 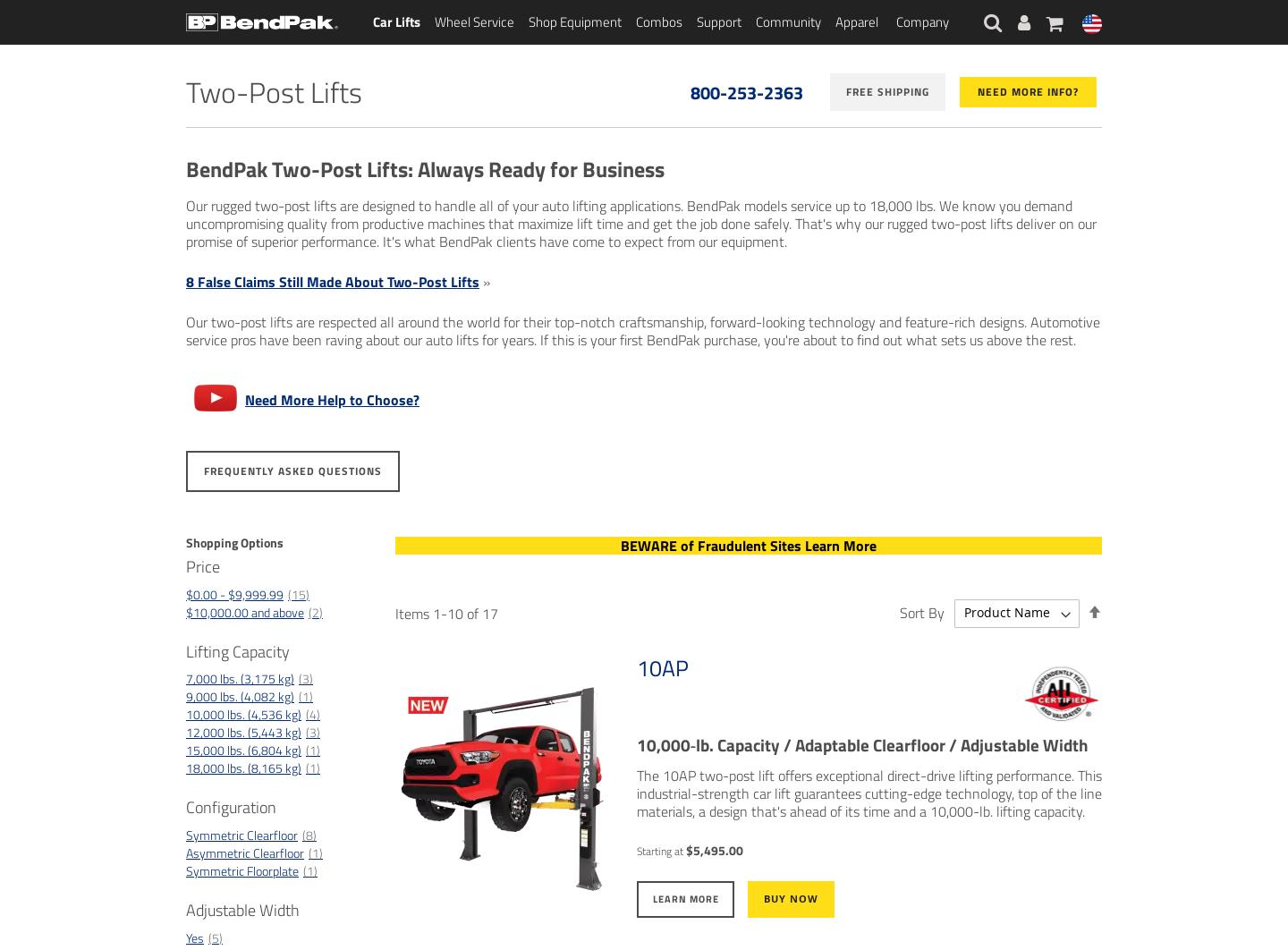 I want to click on 'Company', so click(x=922, y=21).